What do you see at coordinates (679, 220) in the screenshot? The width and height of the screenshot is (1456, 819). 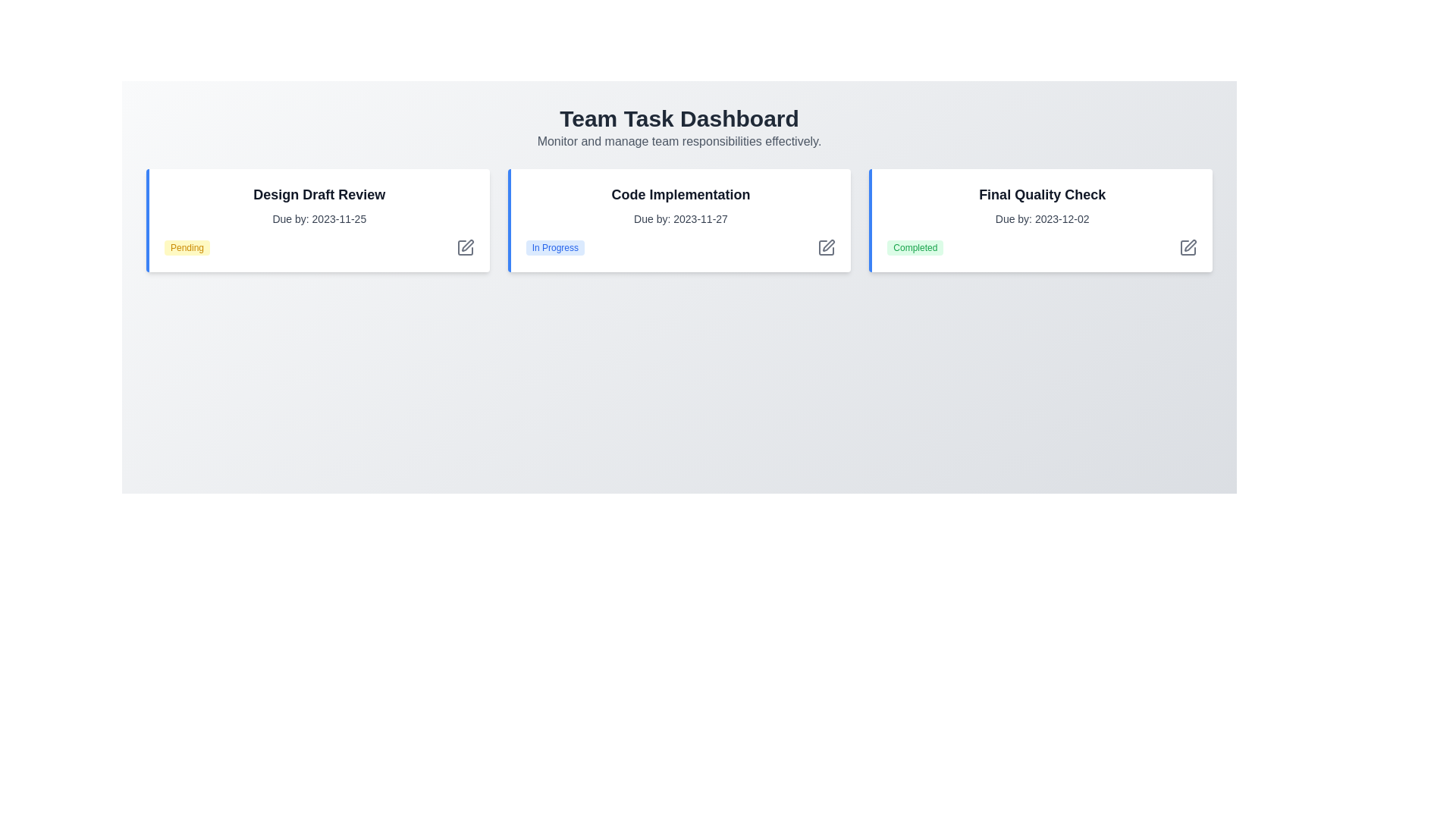 I see `information within the 'Code Implementation' card component, which is styled with a white background and a blue left border, featuring a title, due date, and status label` at bounding box center [679, 220].